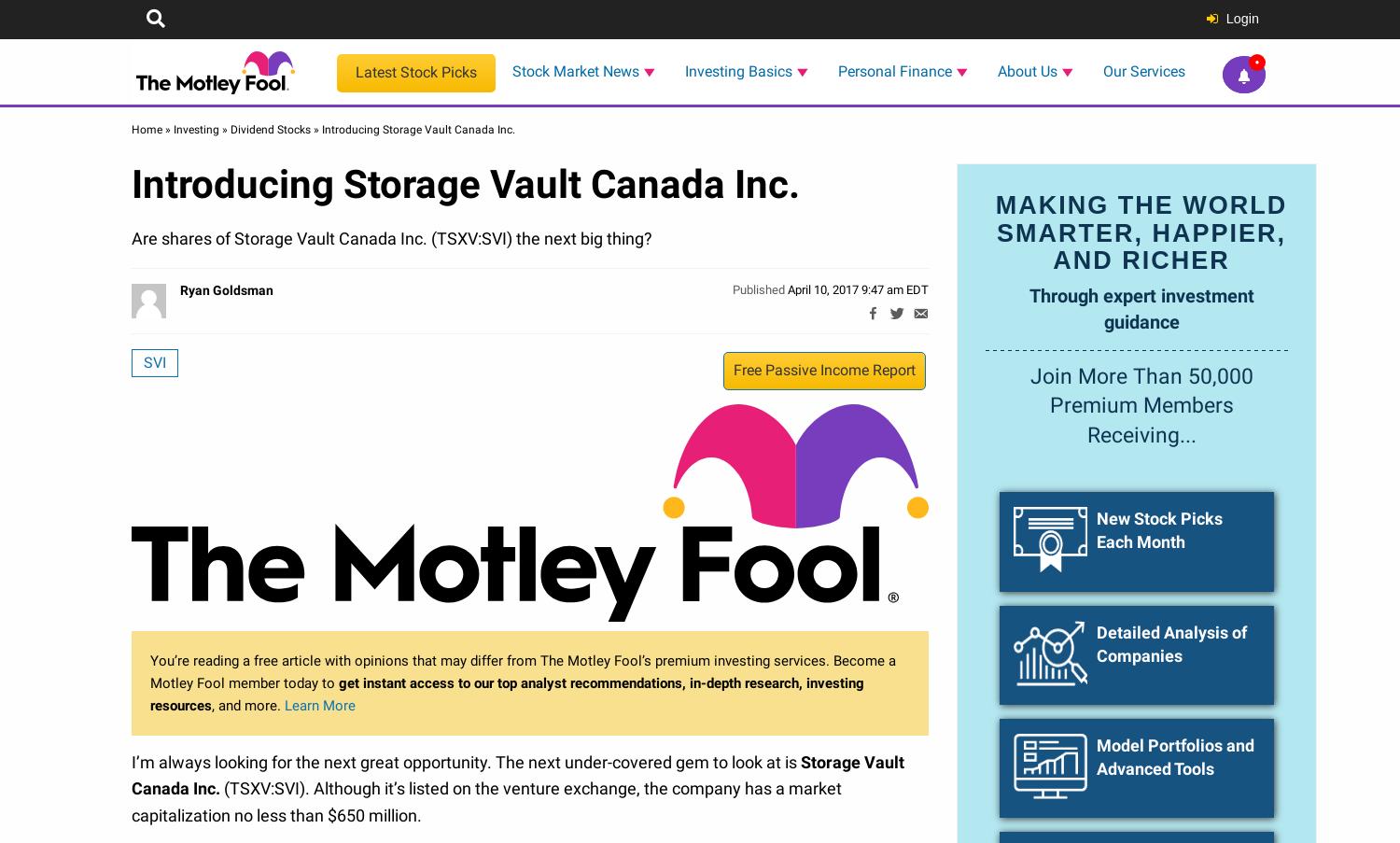 Image resolution: width=1400 pixels, height=843 pixels. I want to click on 'Buy 92 Shares in This Stock for $1,699 in Passive Income in 2024', so click(132, 791).